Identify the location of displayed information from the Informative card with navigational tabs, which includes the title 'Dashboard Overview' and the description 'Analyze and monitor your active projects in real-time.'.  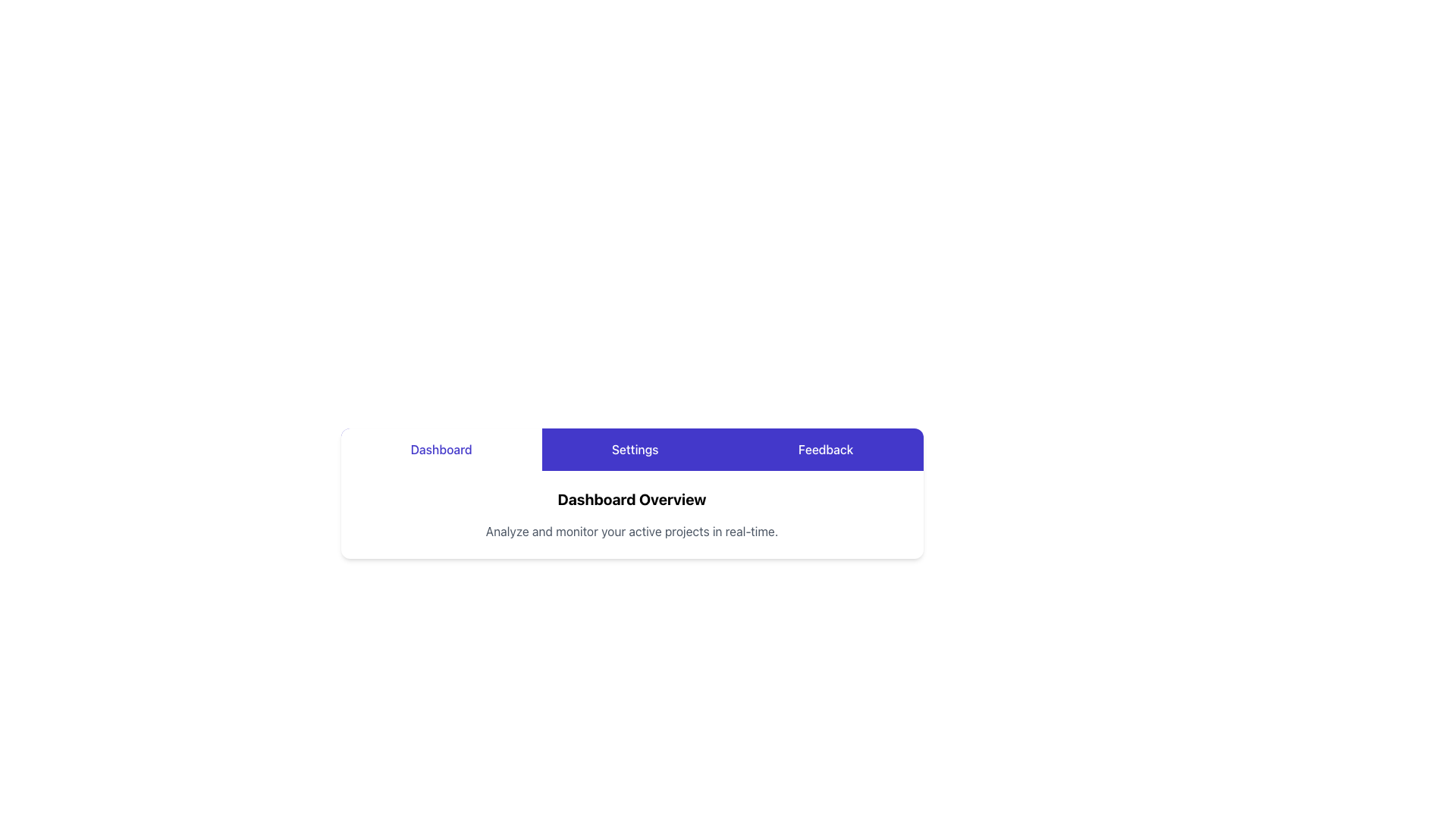
(632, 494).